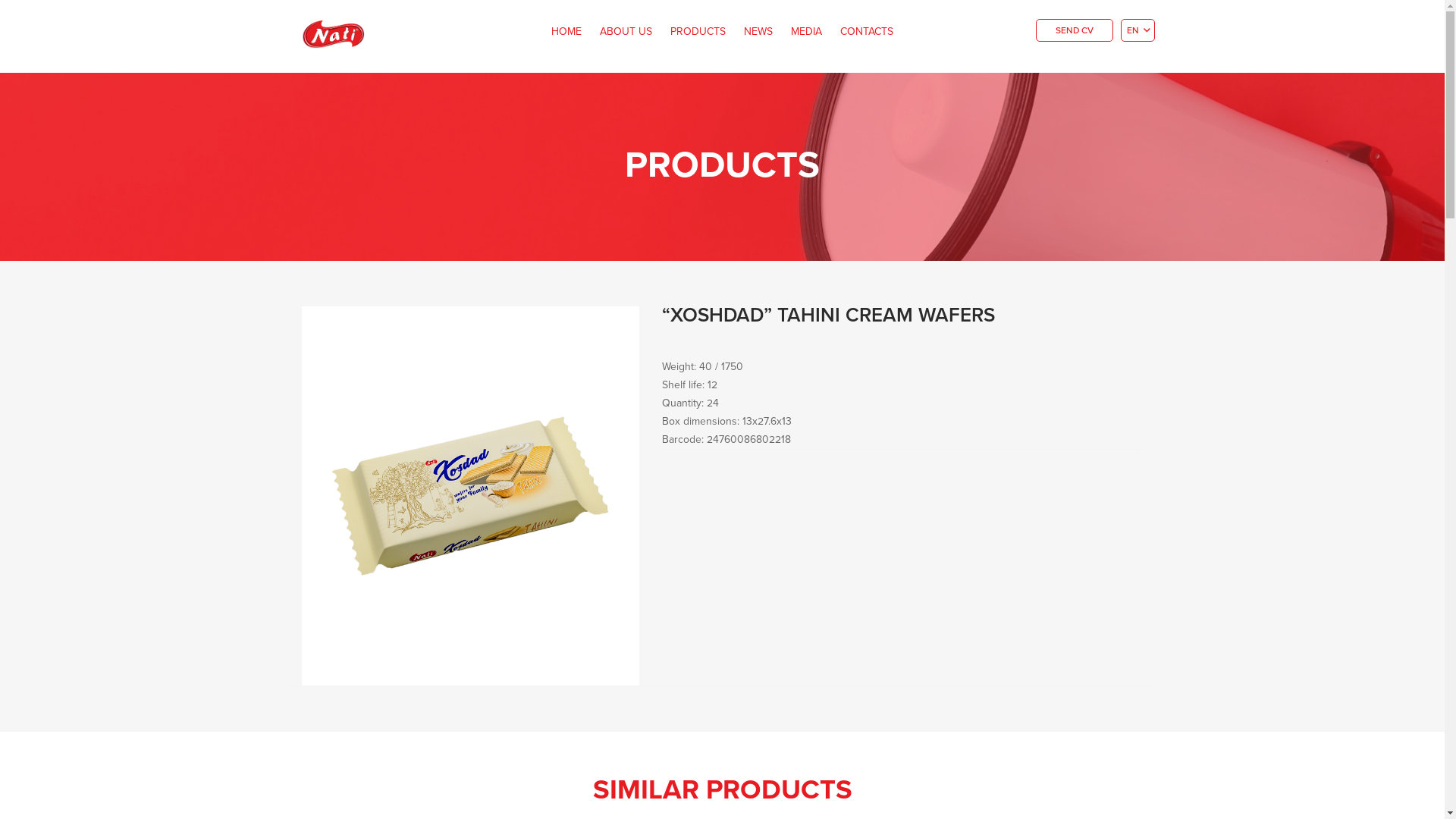 This screenshot has width=1456, height=819. I want to click on 'SEND CV', so click(1073, 30).